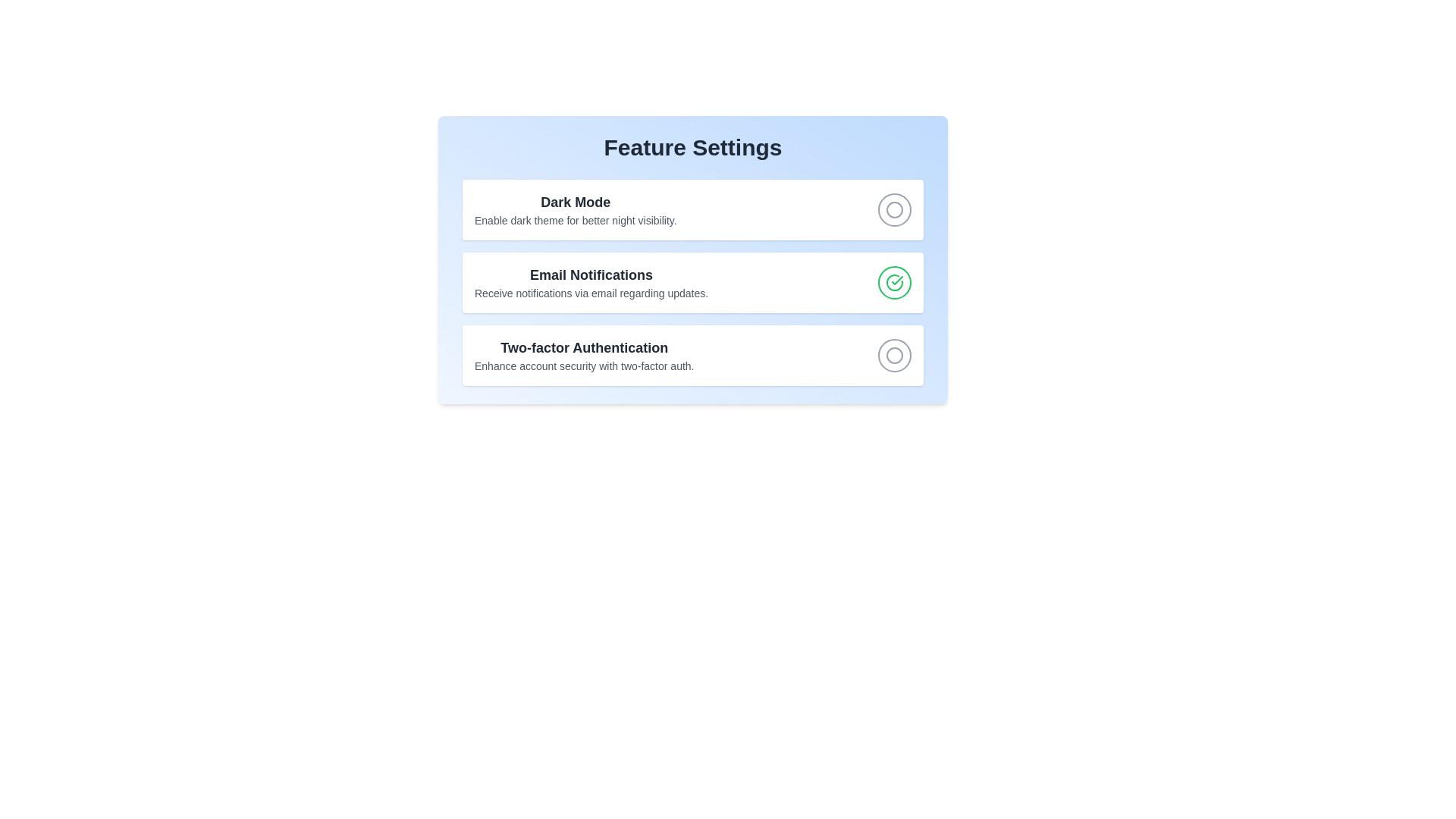 Image resolution: width=1456 pixels, height=819 pixels. I want to click on the circular SVG vector graphic icon with a checkmark design located at the far right of the 'Email Notifications' setting option, indicating completion or confirmation, so click(895, 283).